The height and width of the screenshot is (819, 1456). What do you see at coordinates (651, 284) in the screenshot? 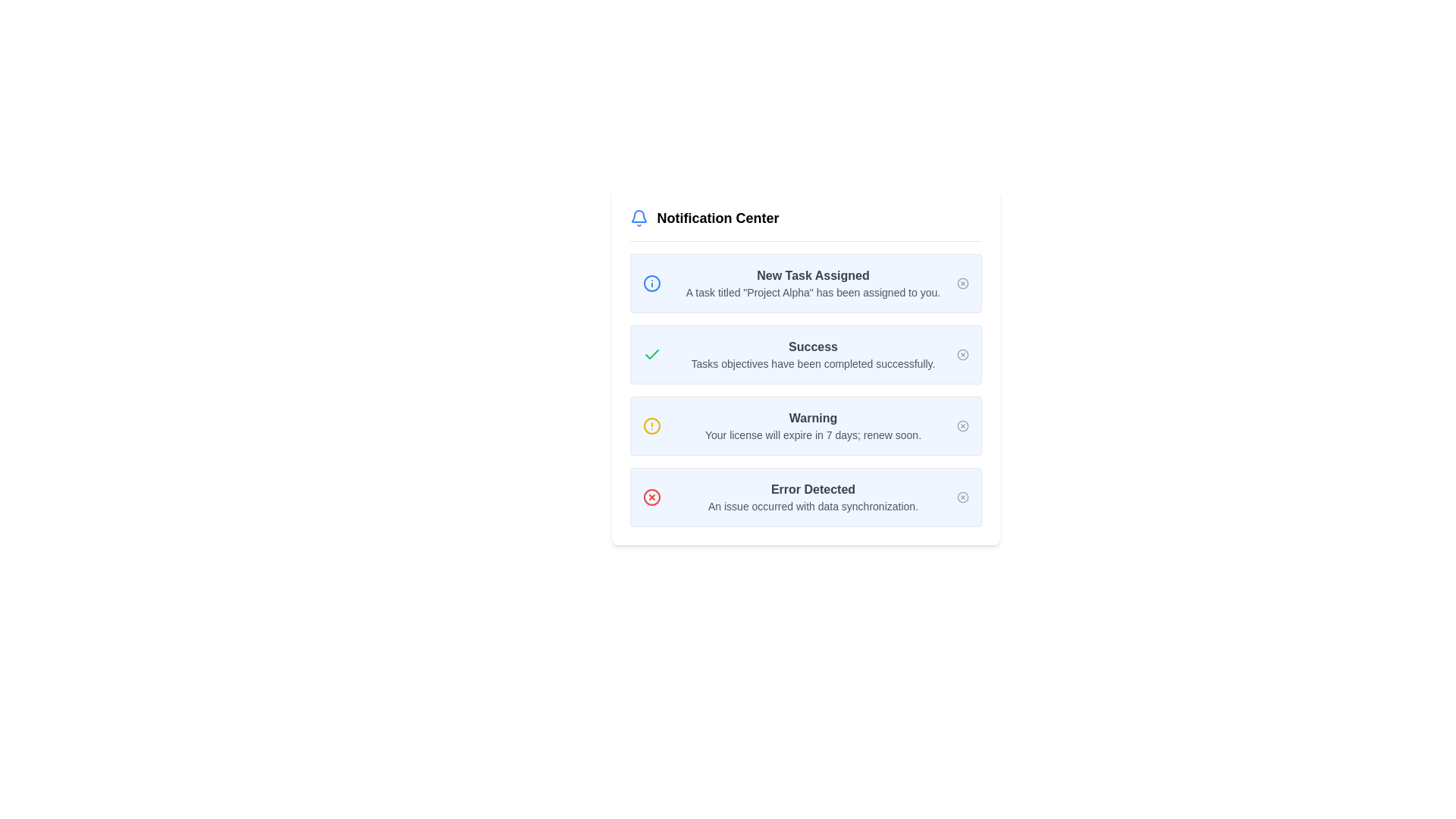
I see `the innermost circular part of the information icon associated with the notification titled 'New Task Assigned'` at bounding box center [651, 284].